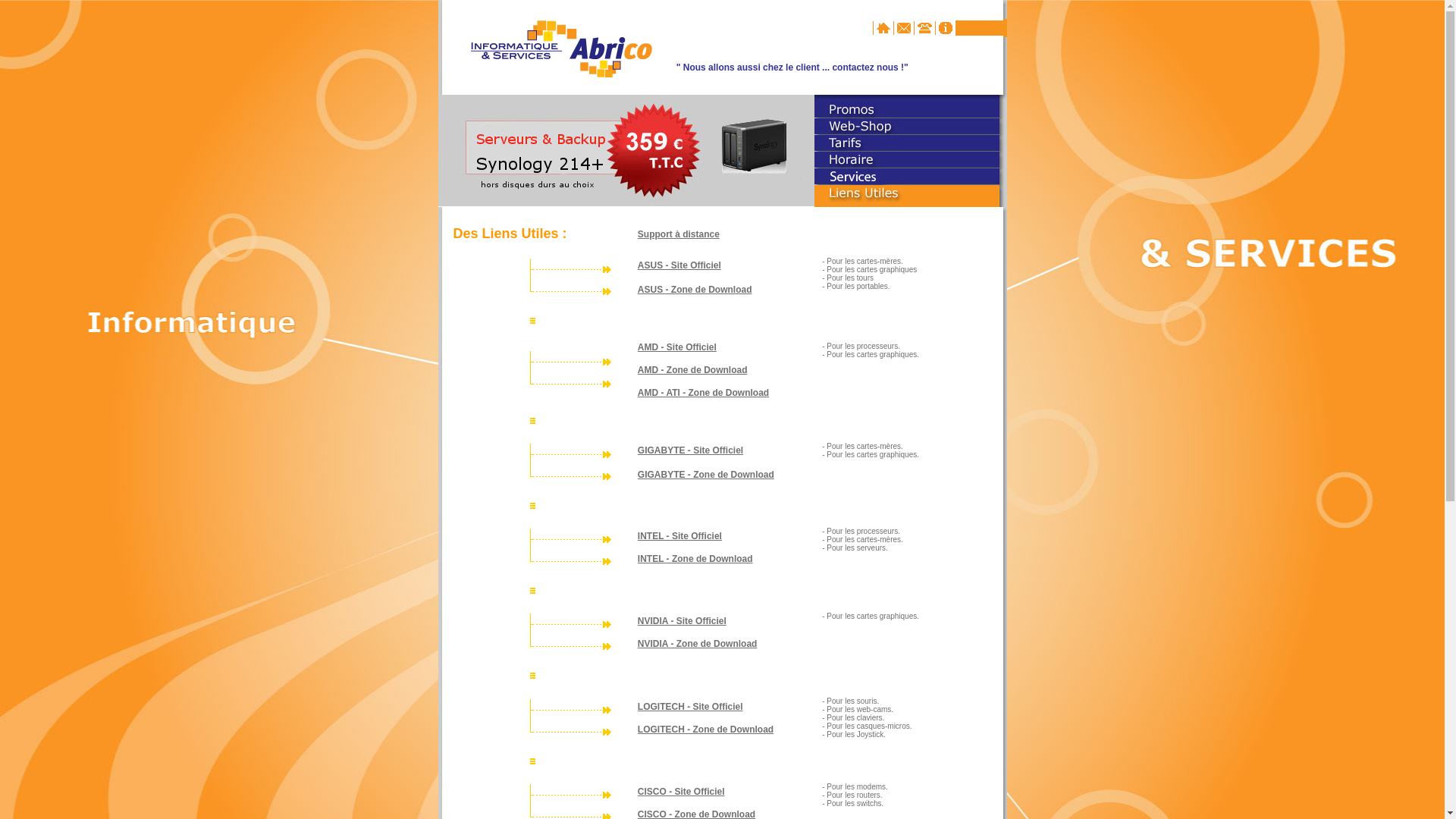 This screenshot has height=819, width=1456. I want to click on 'AMD - Zone de Download', so click(692, 370).